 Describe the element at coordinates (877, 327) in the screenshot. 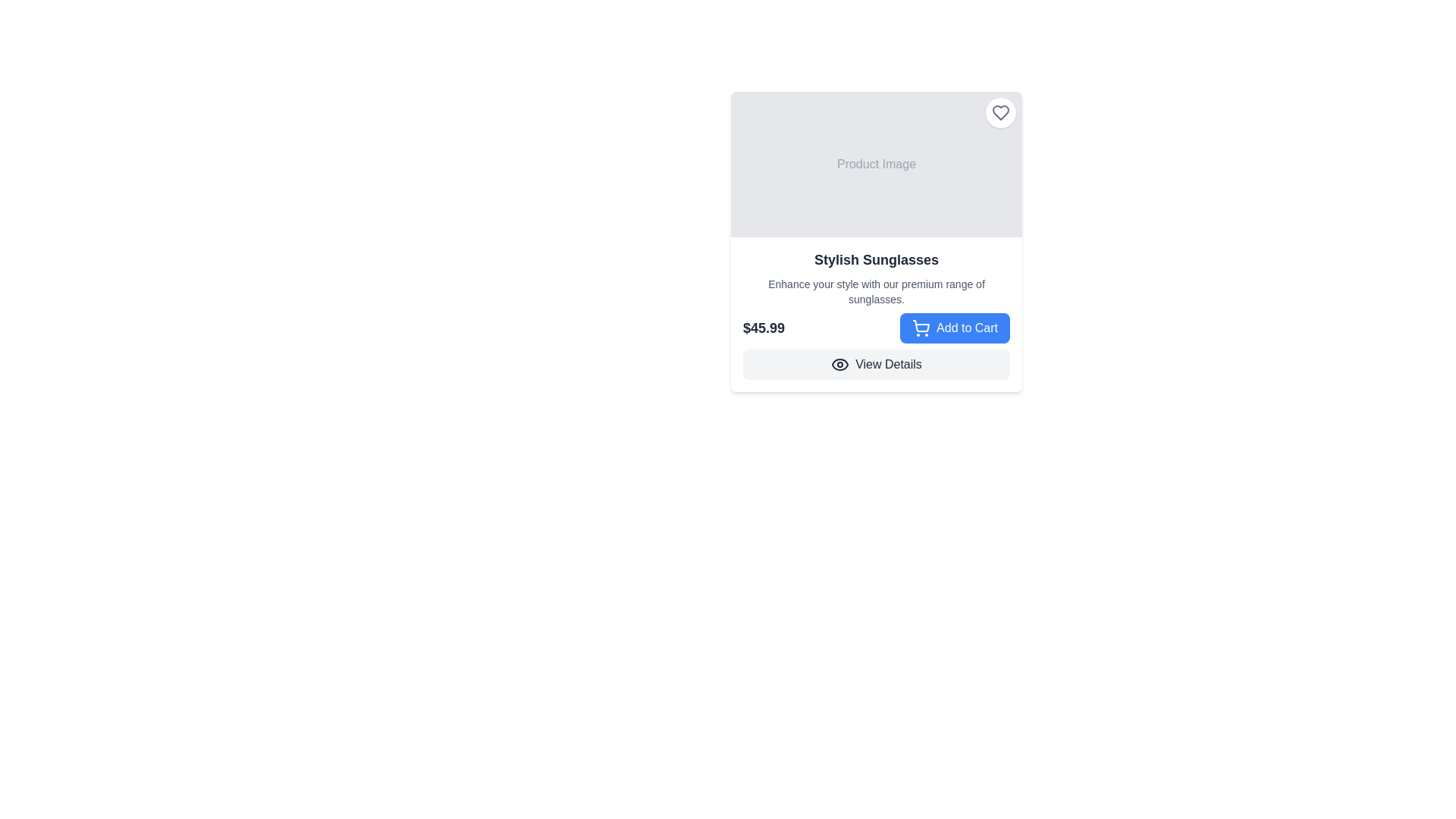

I see `the button within the product's information section to trigger the hover effect` at that location.